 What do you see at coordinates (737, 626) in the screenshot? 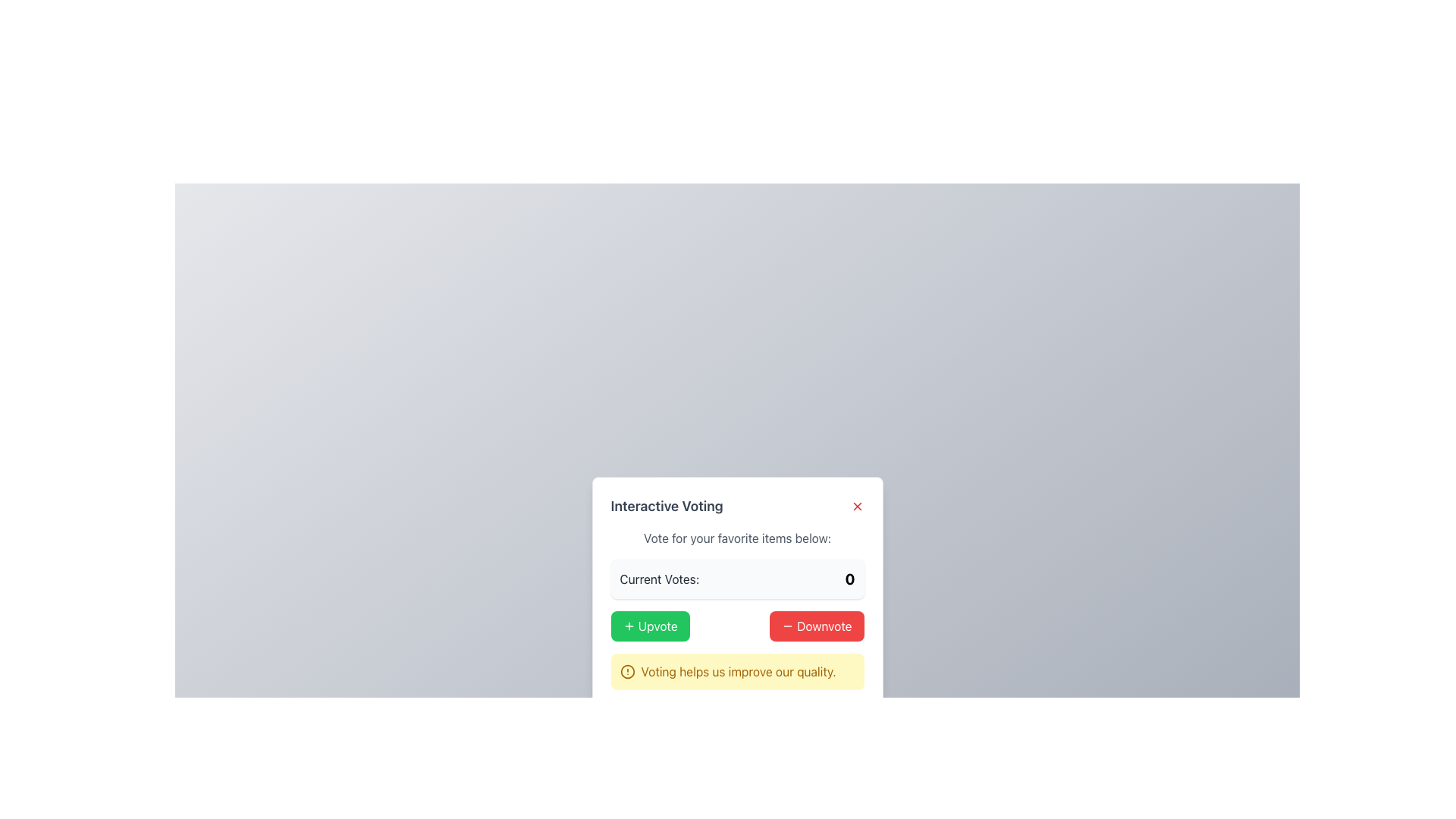
I see `the Button Group located below the 'Current Votes' section` at bounding box center [737, 626].